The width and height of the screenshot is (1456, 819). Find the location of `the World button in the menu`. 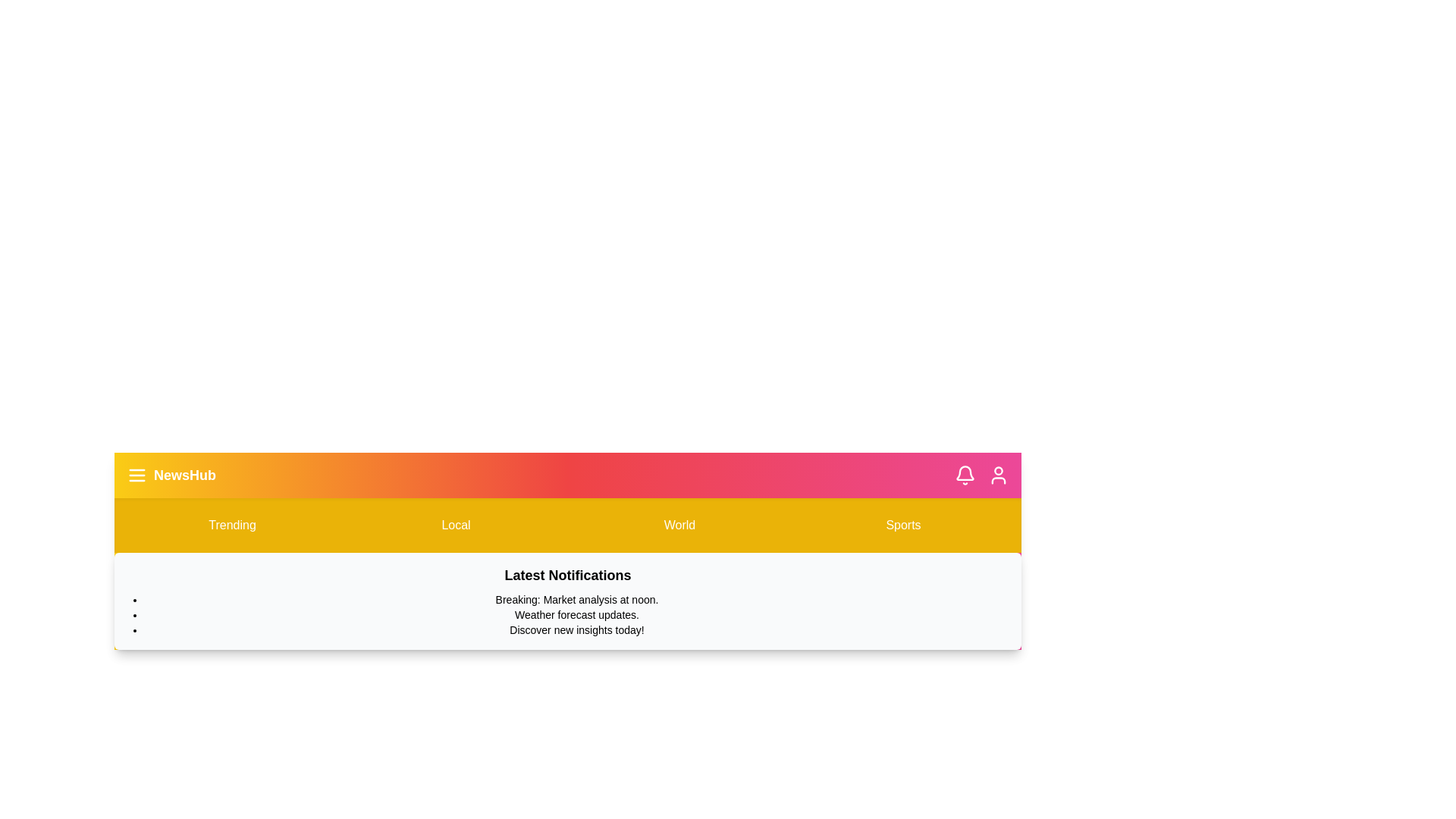

the World button in the menu is located at coordinates (679, 525).